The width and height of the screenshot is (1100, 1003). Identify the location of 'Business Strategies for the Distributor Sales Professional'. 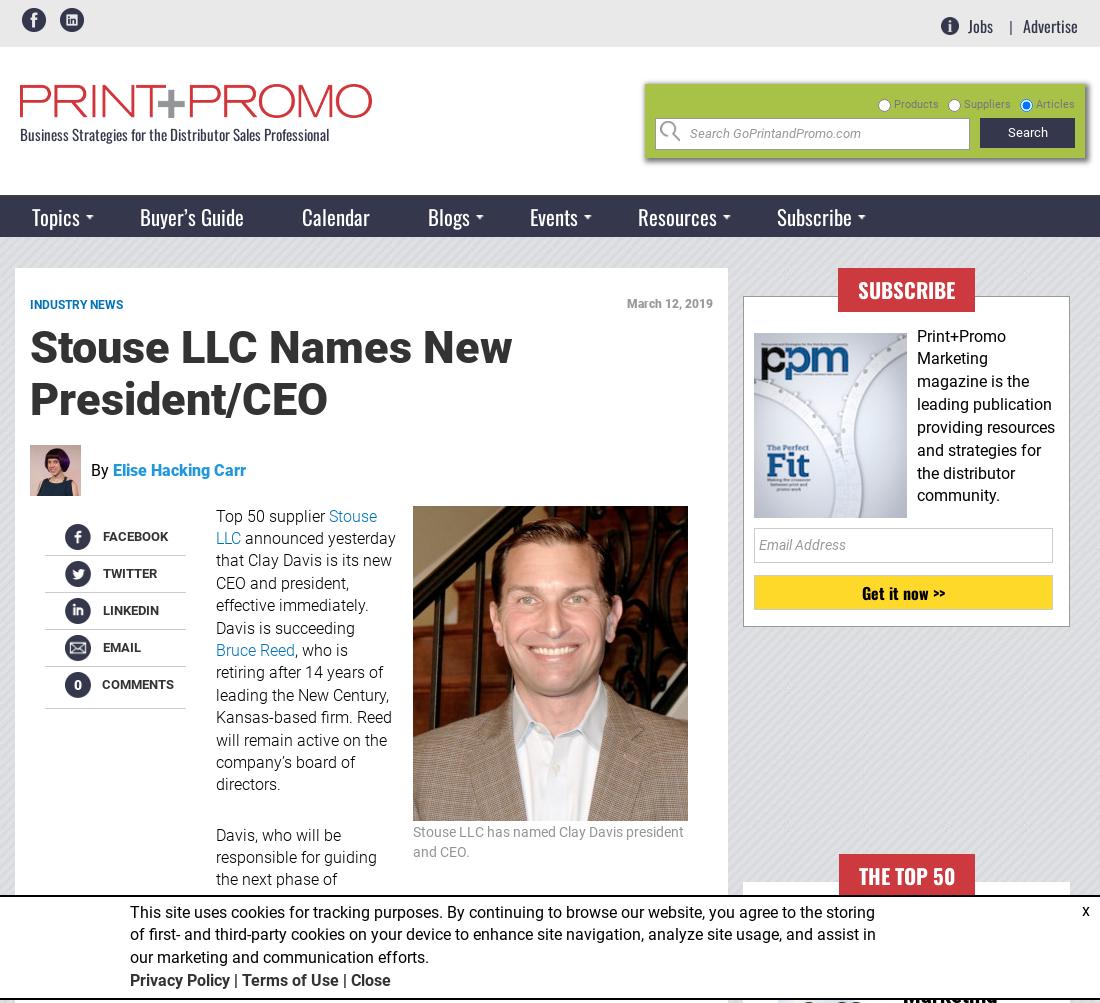
(173, 133).